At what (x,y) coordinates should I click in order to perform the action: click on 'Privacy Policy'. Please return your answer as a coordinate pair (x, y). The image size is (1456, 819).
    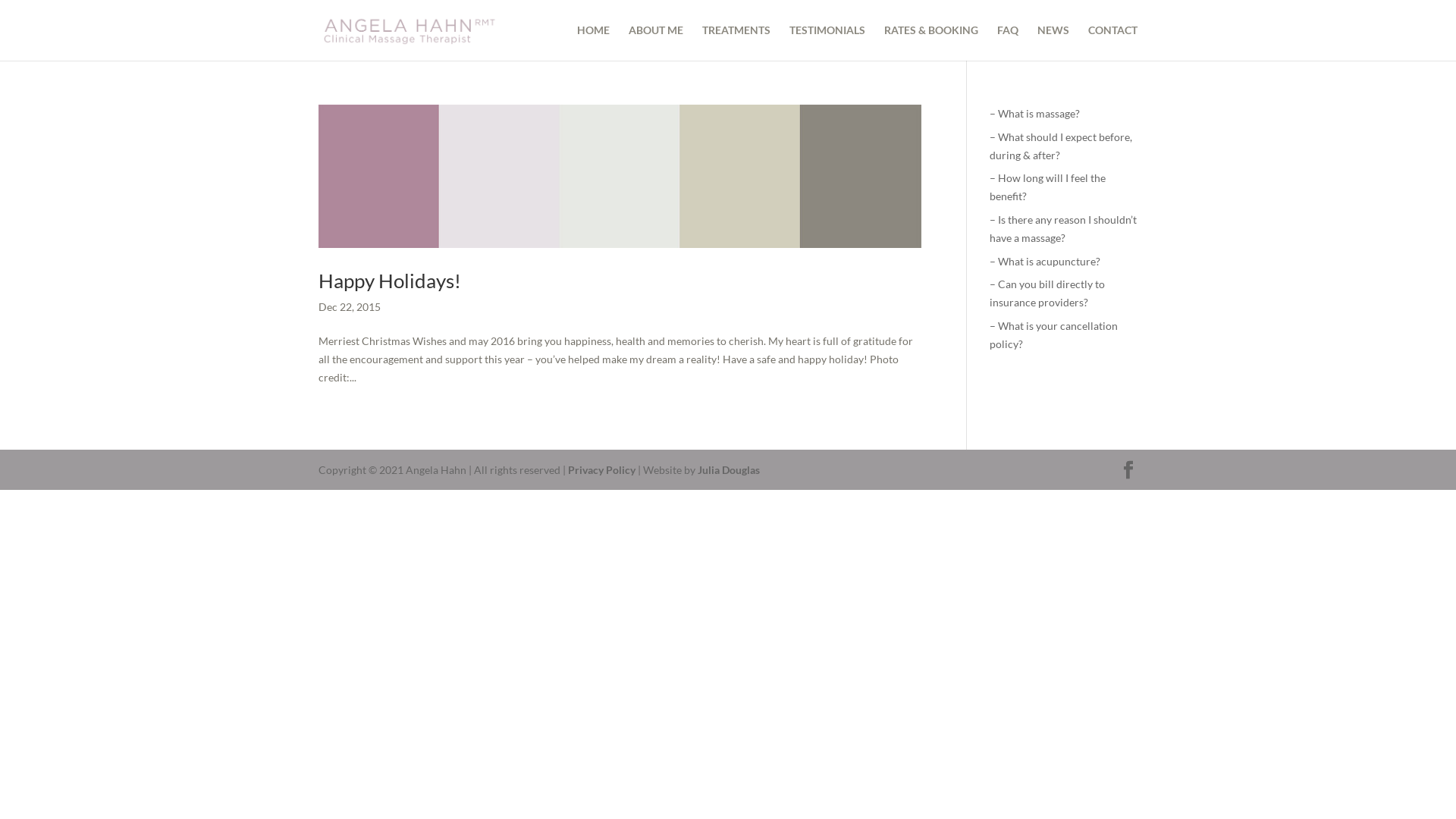
    Looking at the image, I should click on (601, 469).